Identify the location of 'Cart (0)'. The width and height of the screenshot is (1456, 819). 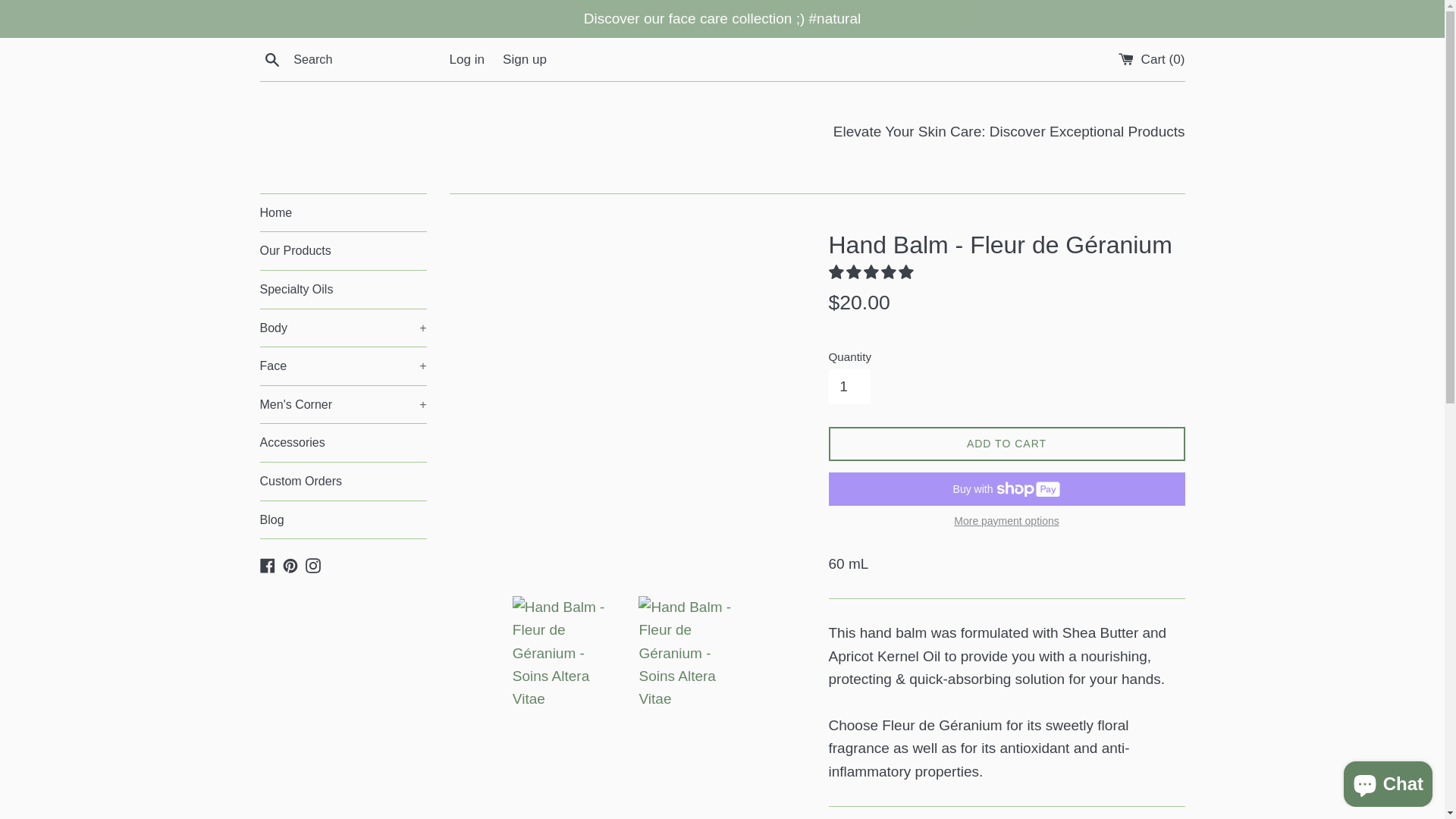
(1151, 58).